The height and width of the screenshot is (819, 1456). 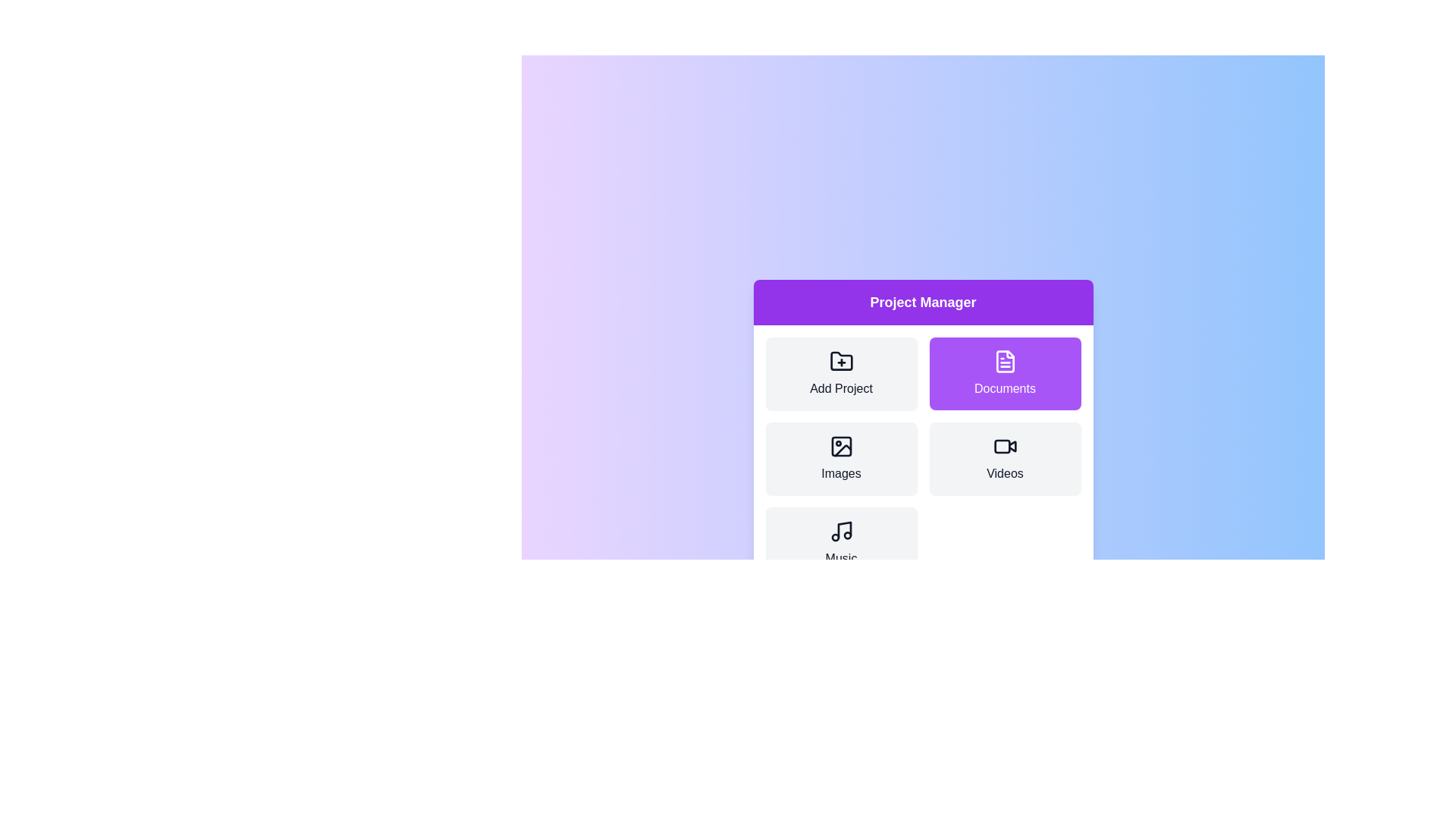 What do you see at coordinates (1005, 458) in the screenshot?
I see `the category labeled Videos to select it` at bounding box center [1005, 458].